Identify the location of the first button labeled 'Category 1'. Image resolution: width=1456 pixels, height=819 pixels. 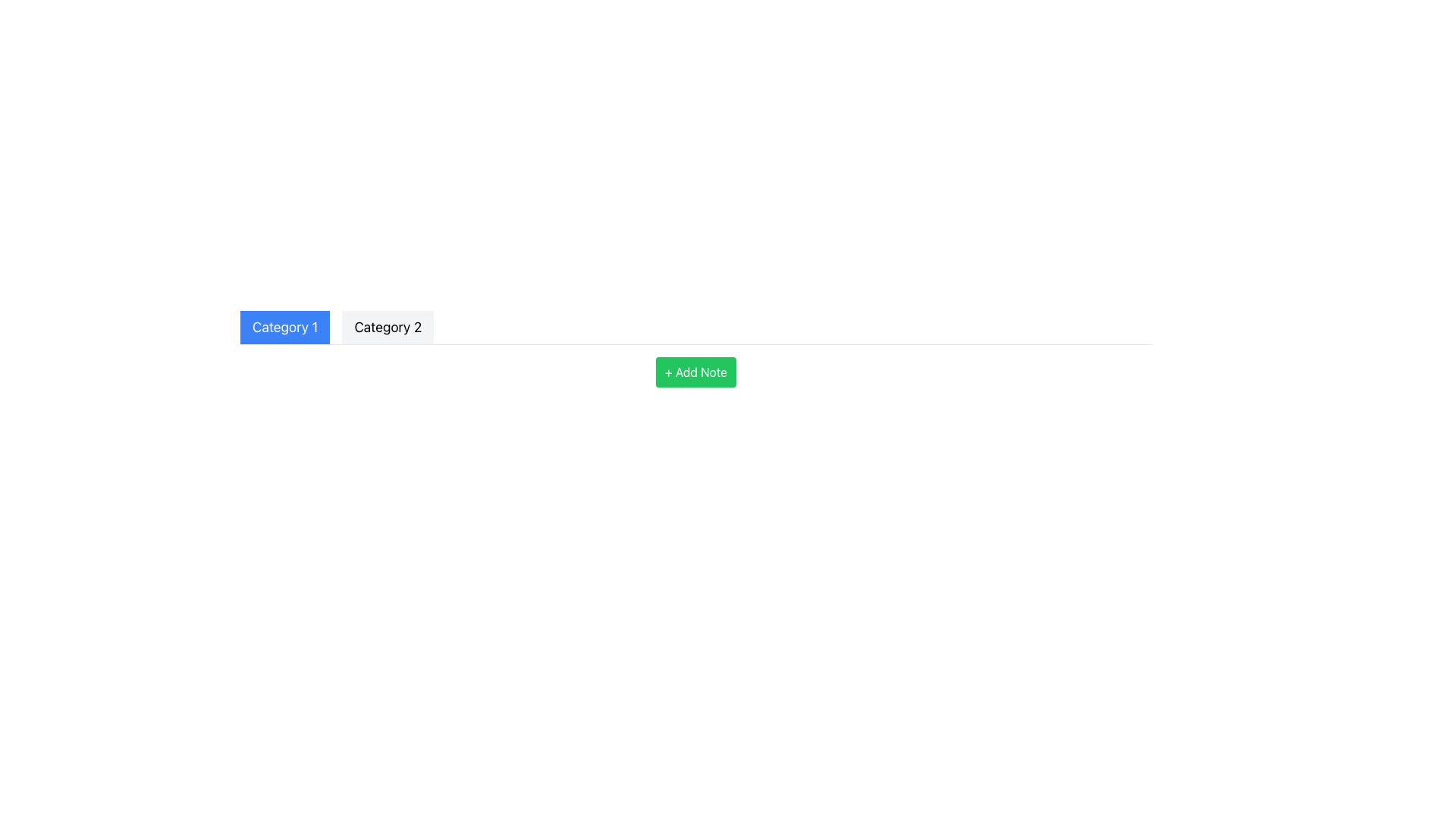
(285, 327).